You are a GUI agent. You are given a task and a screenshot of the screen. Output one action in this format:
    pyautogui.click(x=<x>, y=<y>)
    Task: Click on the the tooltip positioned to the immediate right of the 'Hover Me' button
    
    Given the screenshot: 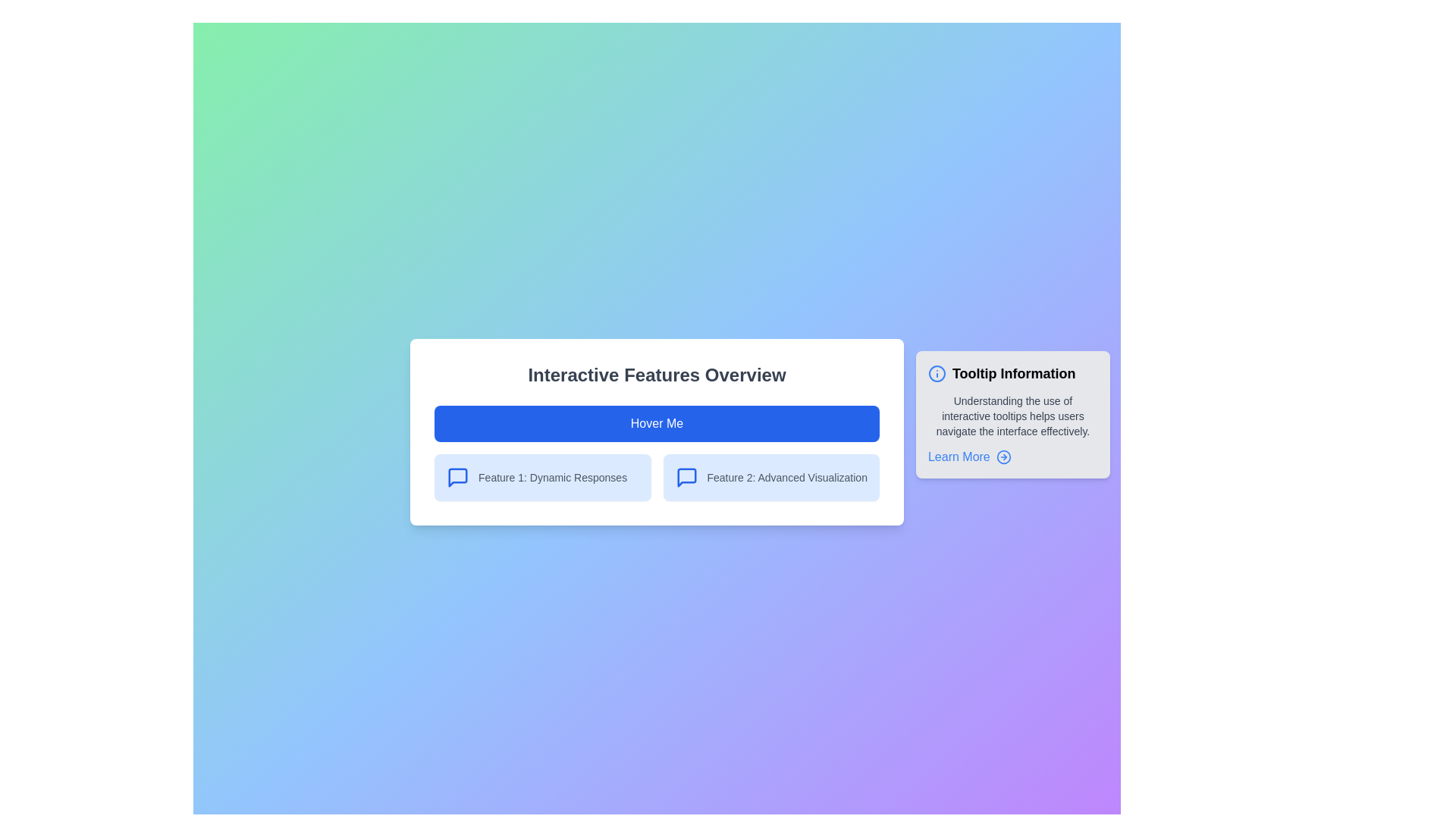 What is the action you would take?
    pyautogui.click(x=1012, y=415)
    